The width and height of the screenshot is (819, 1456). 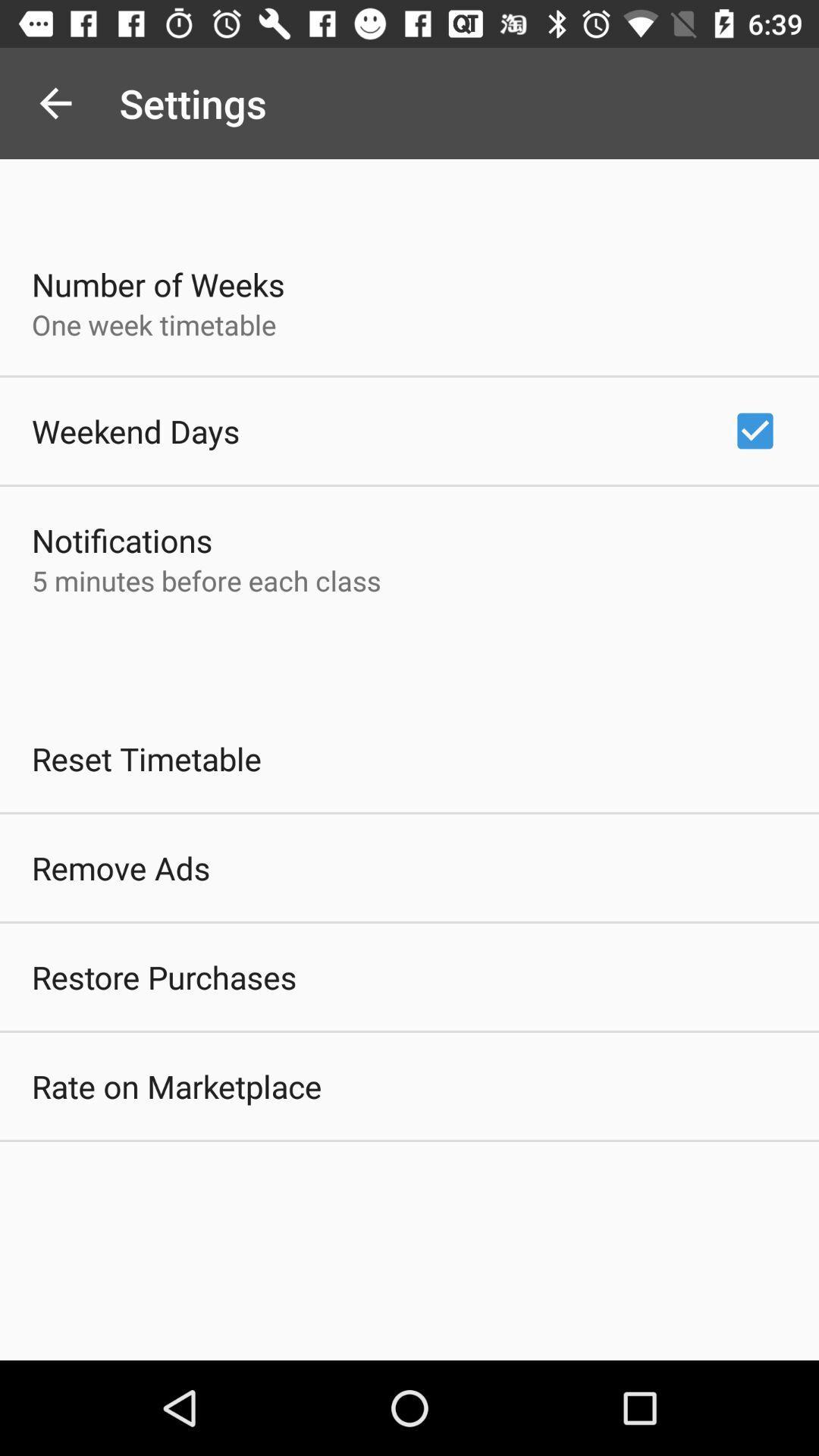 I want to click on app above weekend days, so click(x=154, y=324).